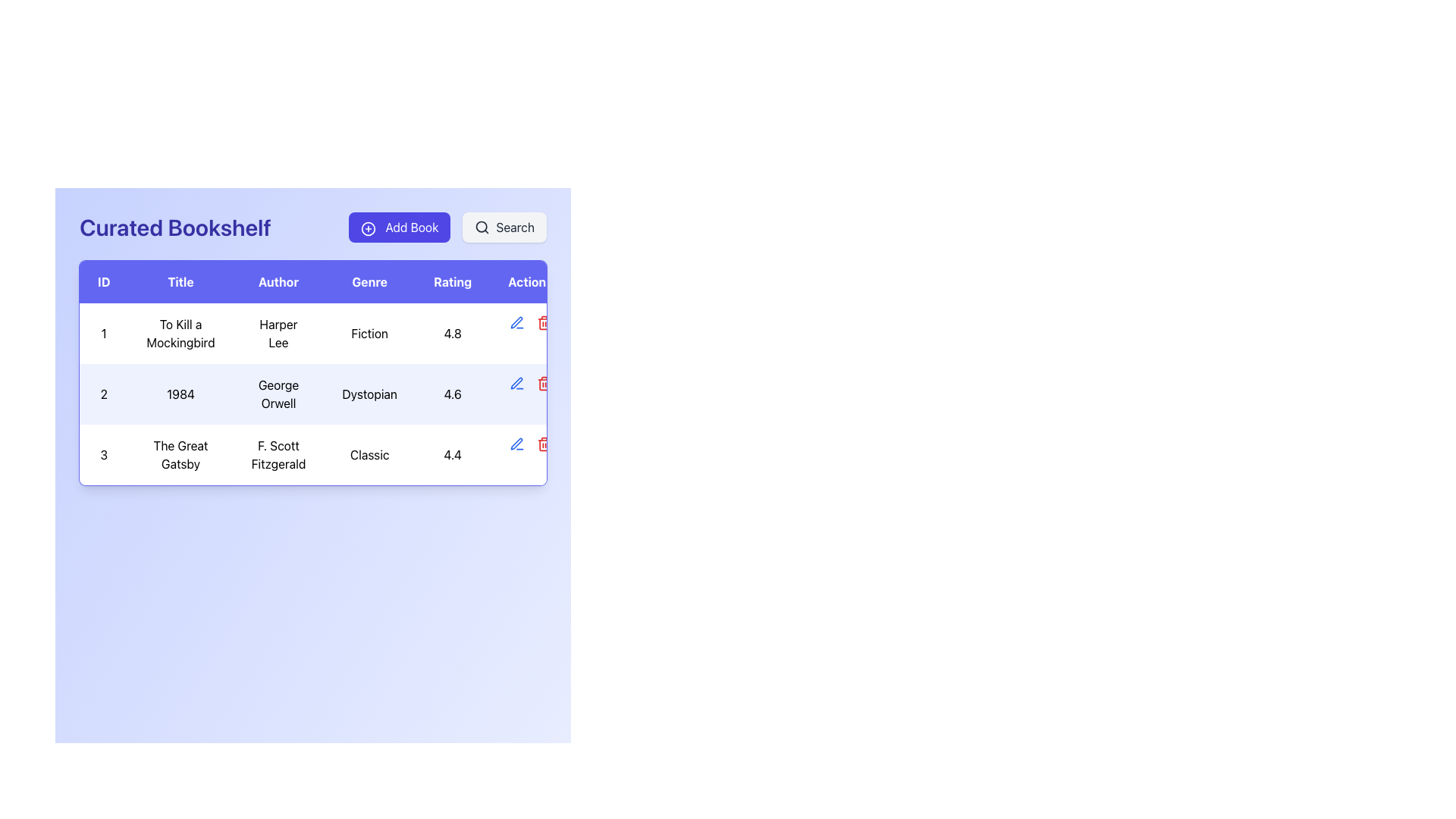  What do you see at coordinates (452, 454) in the screenshot?
I see `the rating display for the book 'The Great Gatsby', located in the last visible column of the third row in the table under the 'Rating' heading` at bounding box center [452, 454].